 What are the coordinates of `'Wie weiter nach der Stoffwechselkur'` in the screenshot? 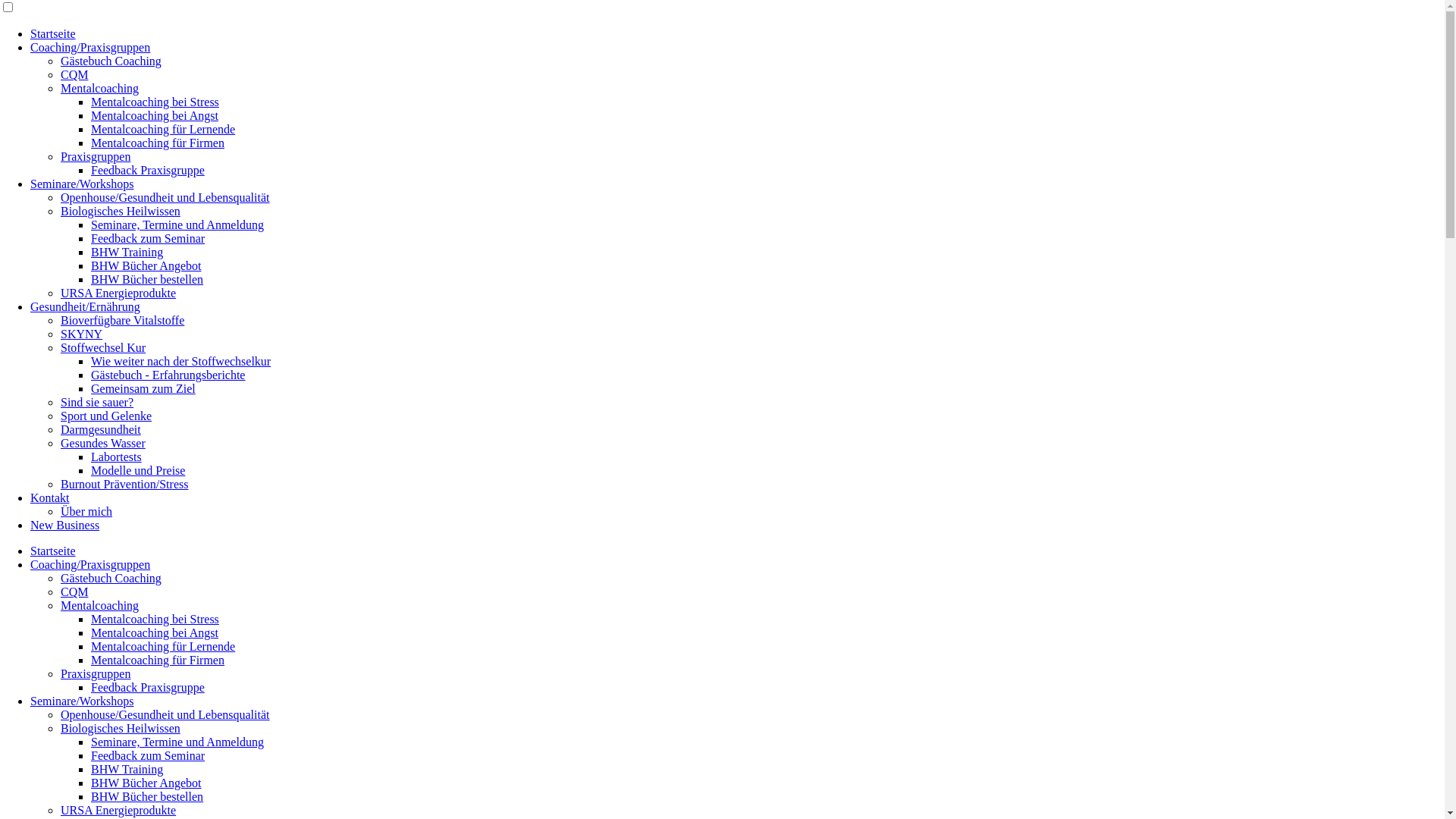 It's located at (180, 361).